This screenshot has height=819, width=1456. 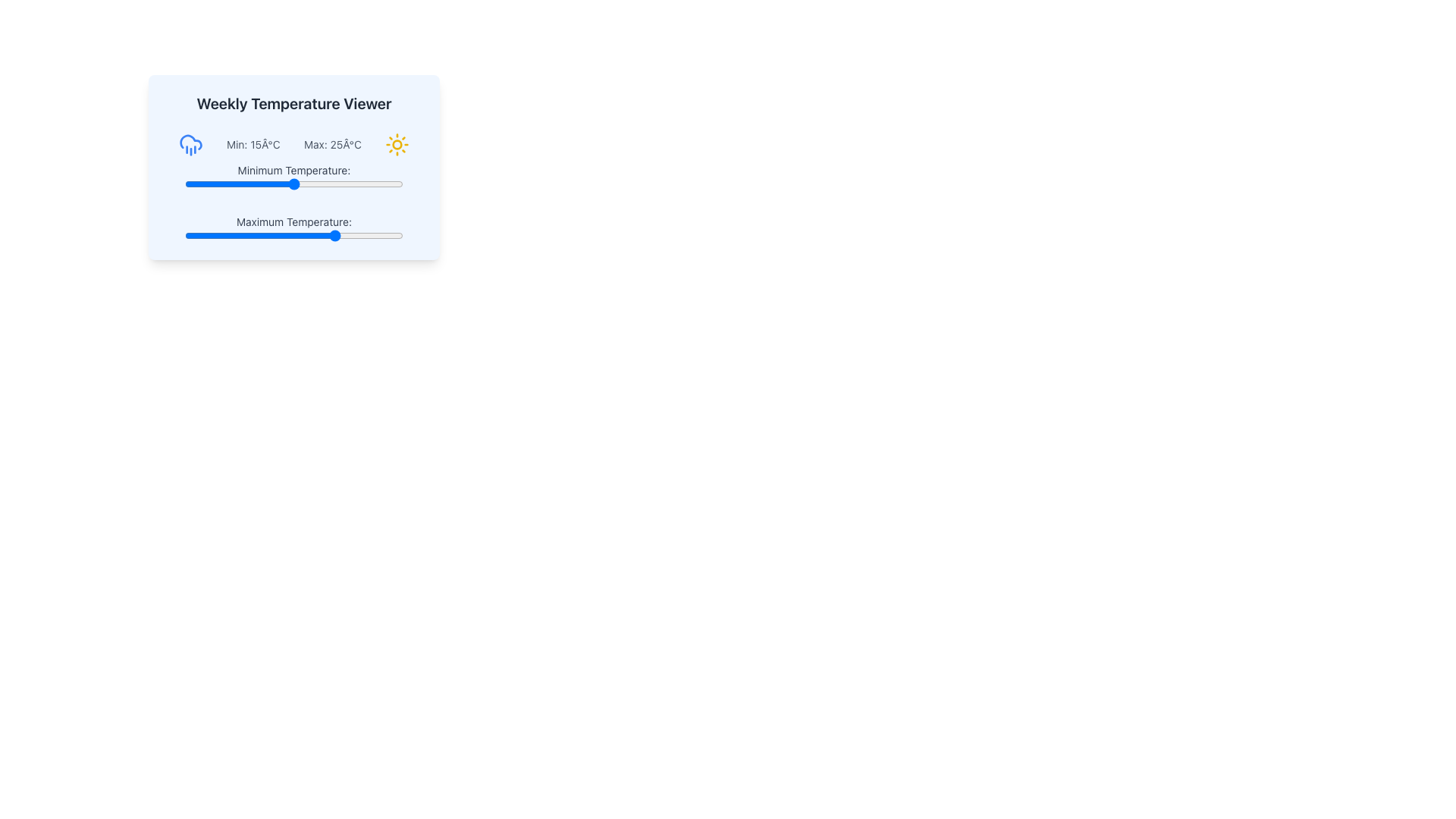 I want to click on the minimum temperature, so click(x=240, y=184).